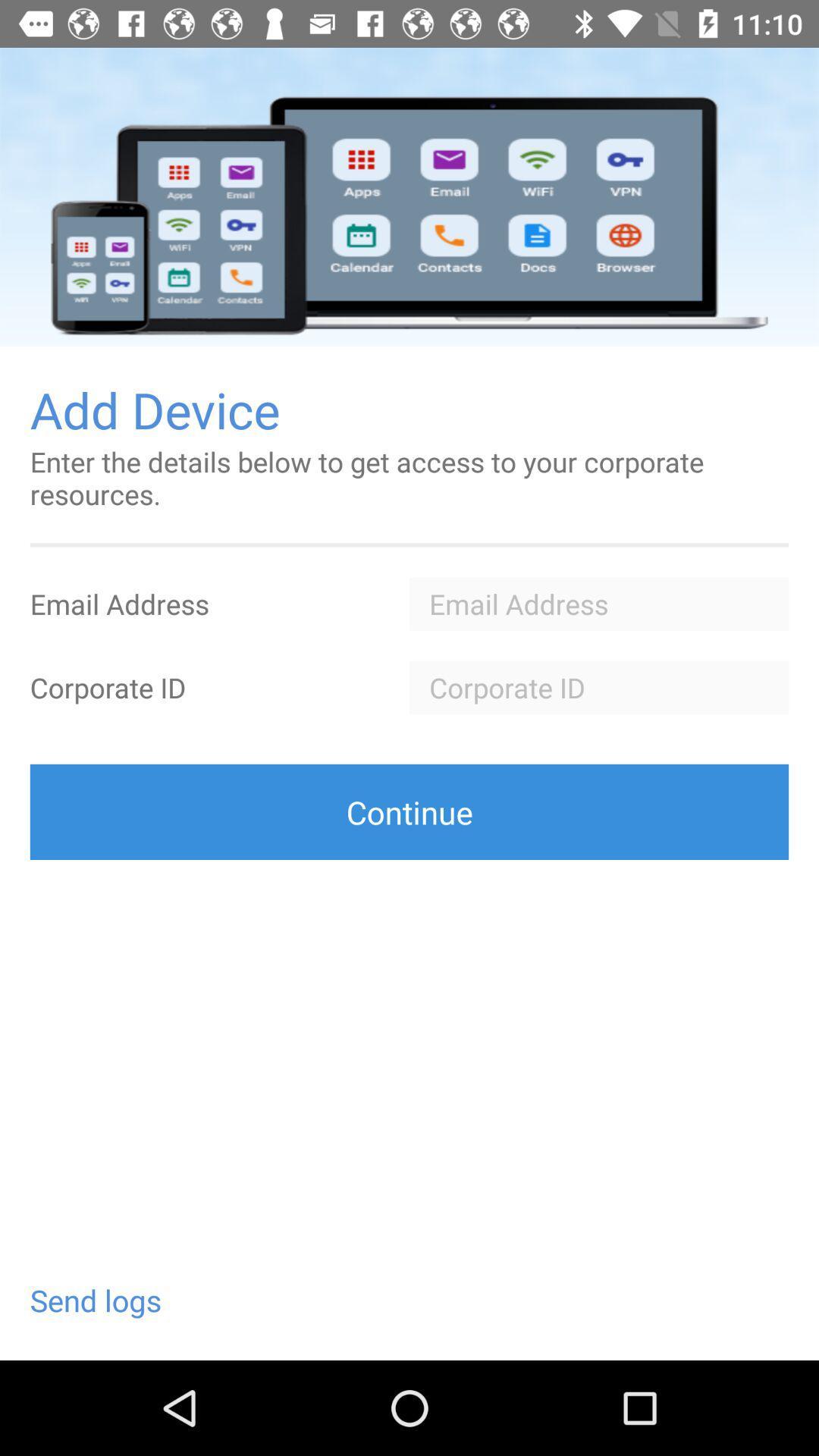  Describe the element at coordinates (96, 1300) in the screenshot. I see `item below continue icon` at that location.